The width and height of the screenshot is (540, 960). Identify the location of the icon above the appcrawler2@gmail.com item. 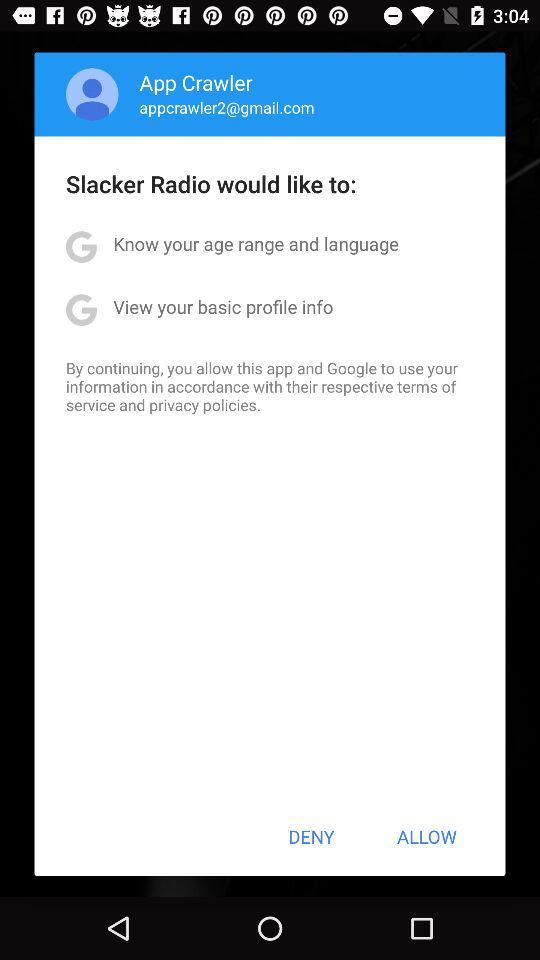
(196, 82).